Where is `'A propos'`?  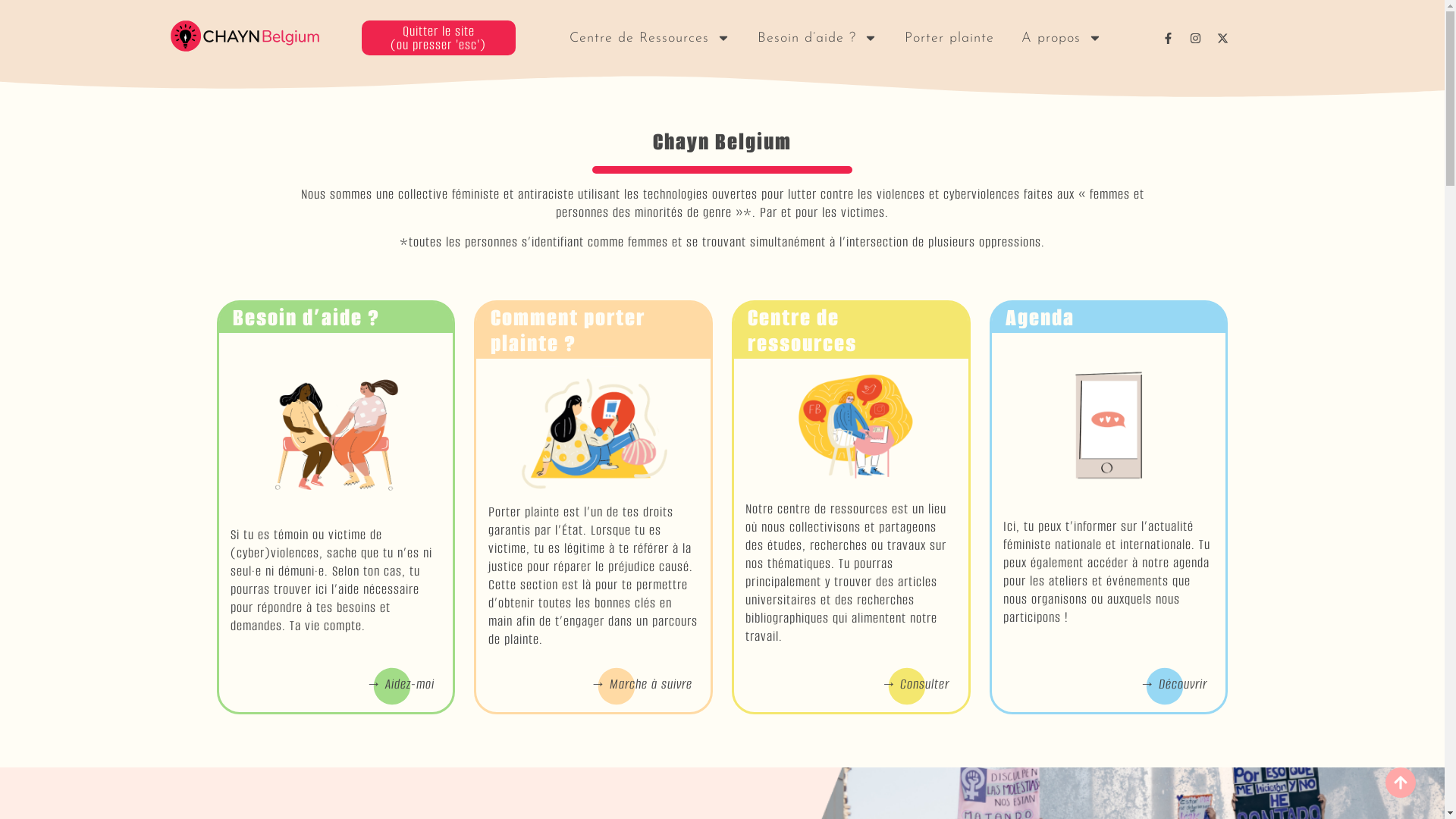 'A propos' is located at coordinates (1061, 37).